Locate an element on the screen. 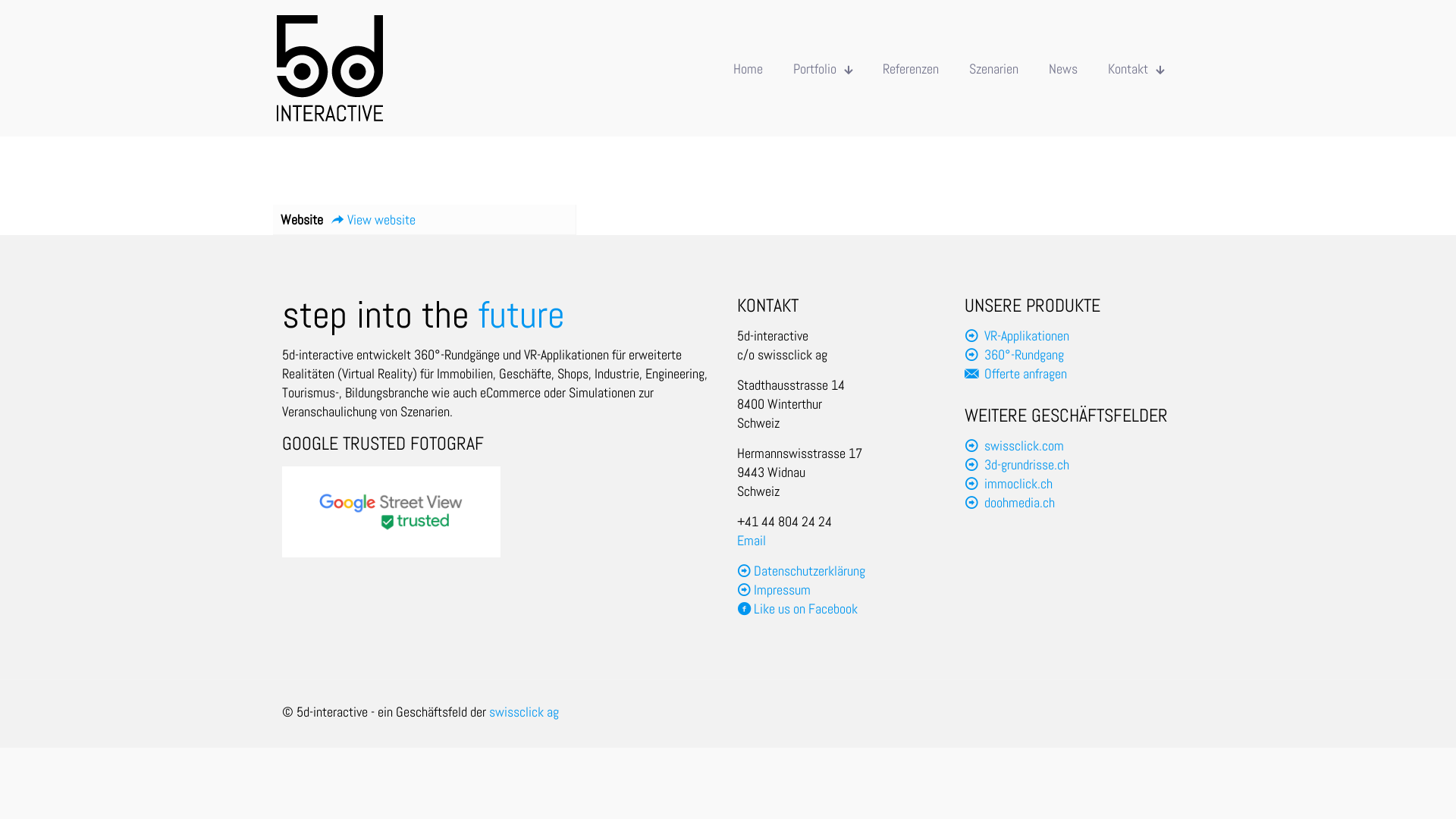  '3d-grundrisse.ch' is located at coordinates (1026, 463).